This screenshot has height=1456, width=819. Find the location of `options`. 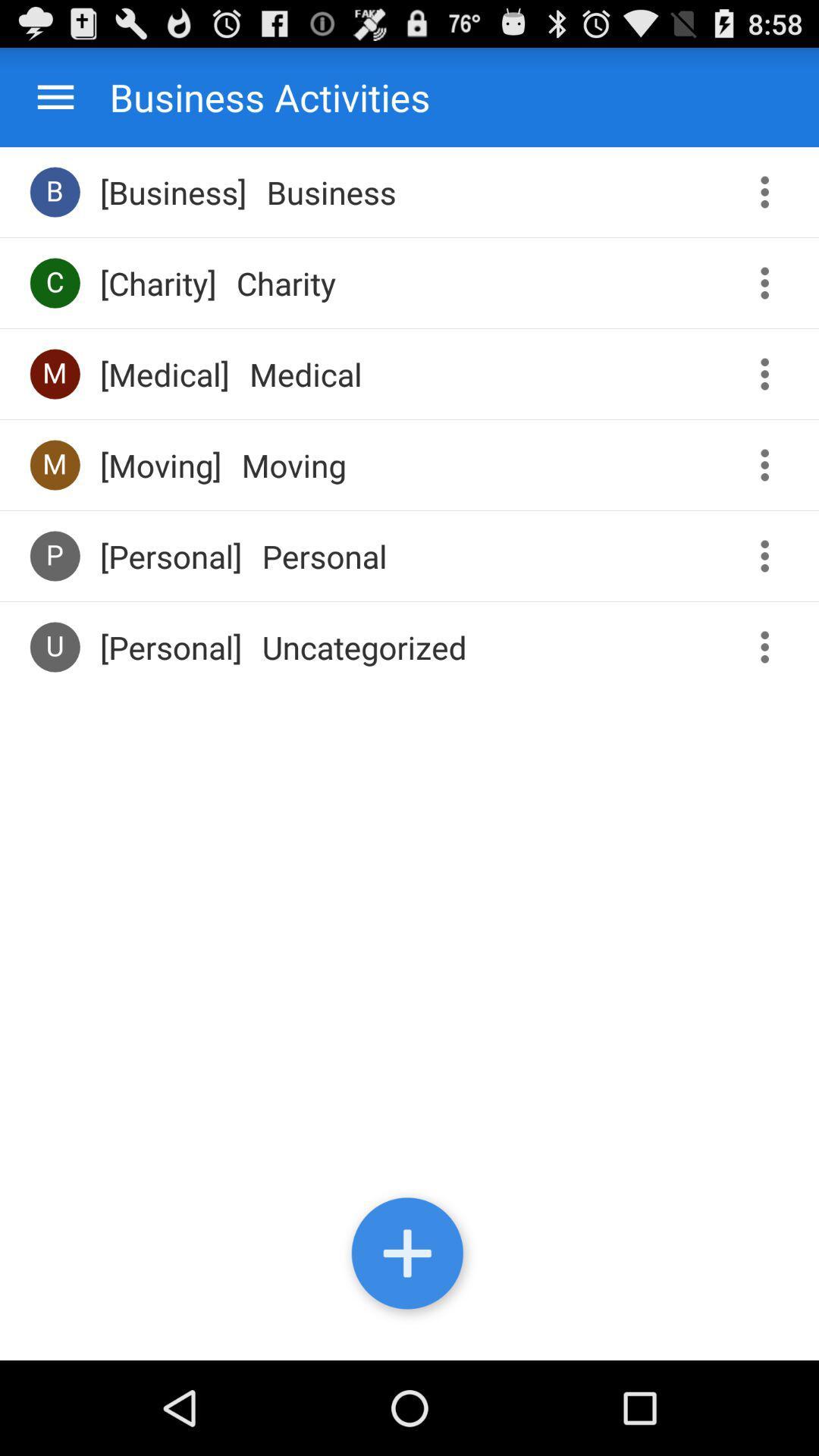

options is located at coordinates (55, 96).